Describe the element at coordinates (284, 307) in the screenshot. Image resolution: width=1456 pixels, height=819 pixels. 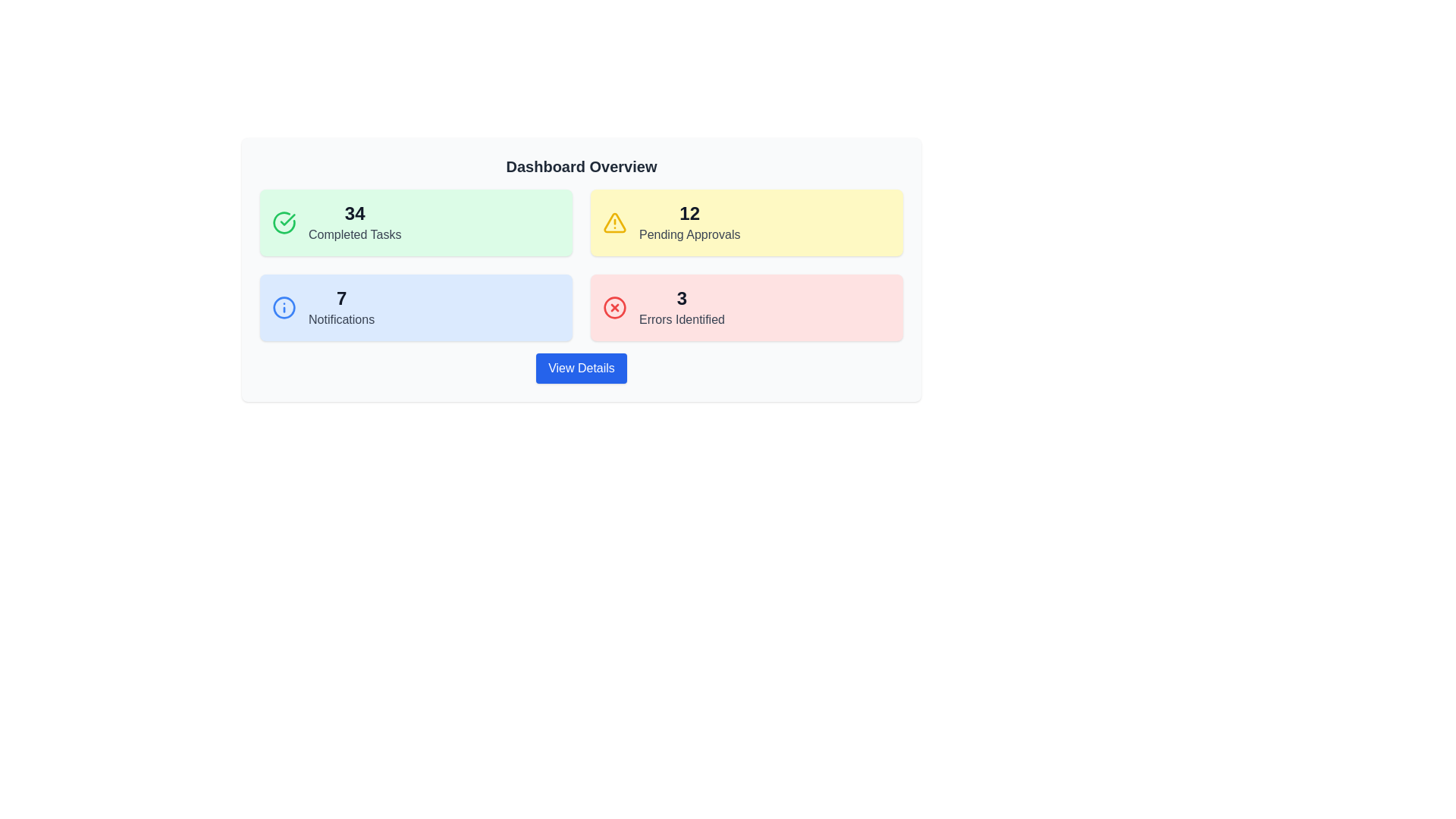
I see `the icon representing notifications, located within the blue notification card in the bottom-left quadrant of the dashboard, to the left of the text '7 Notifications'` at that location.